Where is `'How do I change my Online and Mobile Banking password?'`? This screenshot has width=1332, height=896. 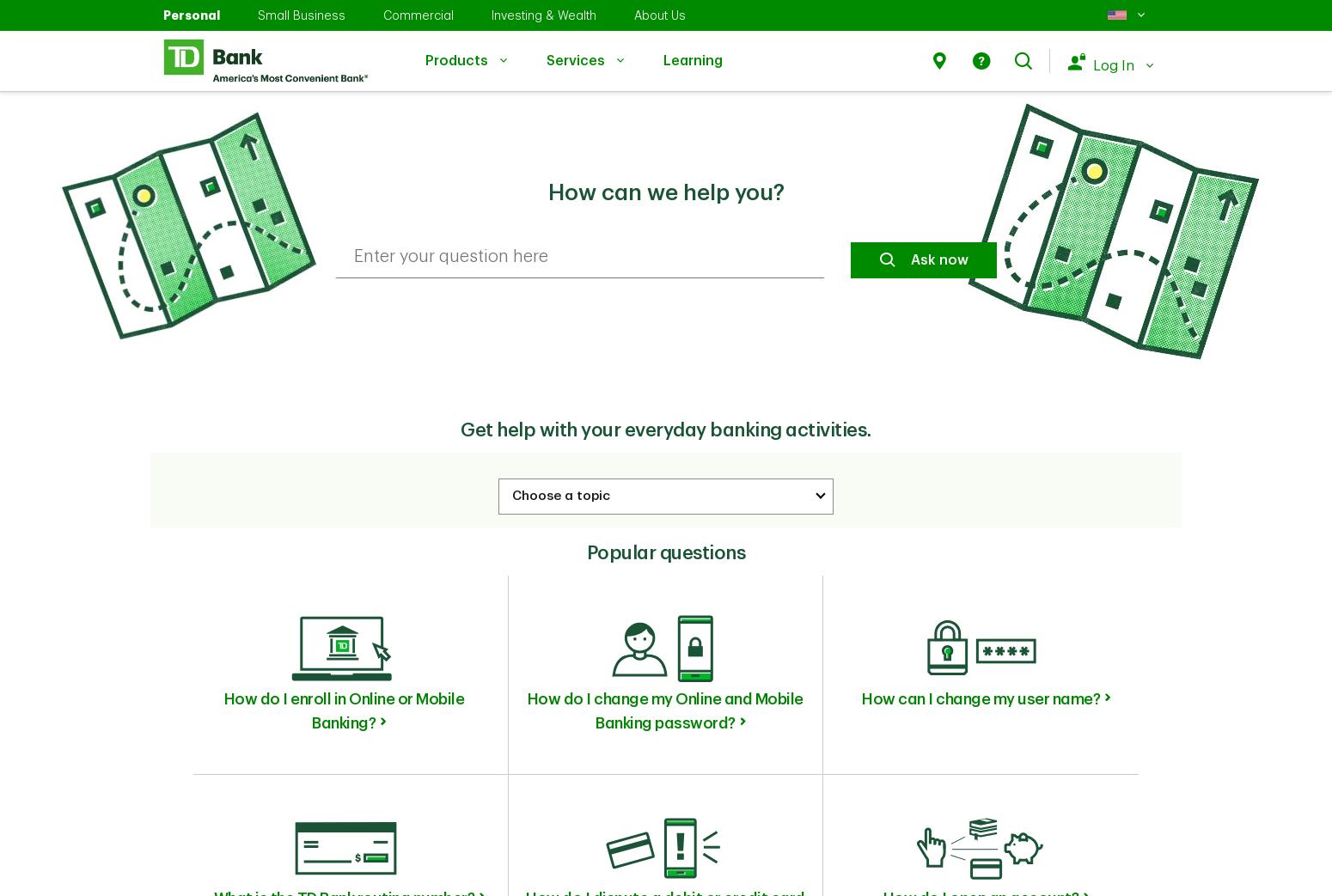 'How do I change my Online and Mobile Banking password?' is located at coordinates (664, 711).